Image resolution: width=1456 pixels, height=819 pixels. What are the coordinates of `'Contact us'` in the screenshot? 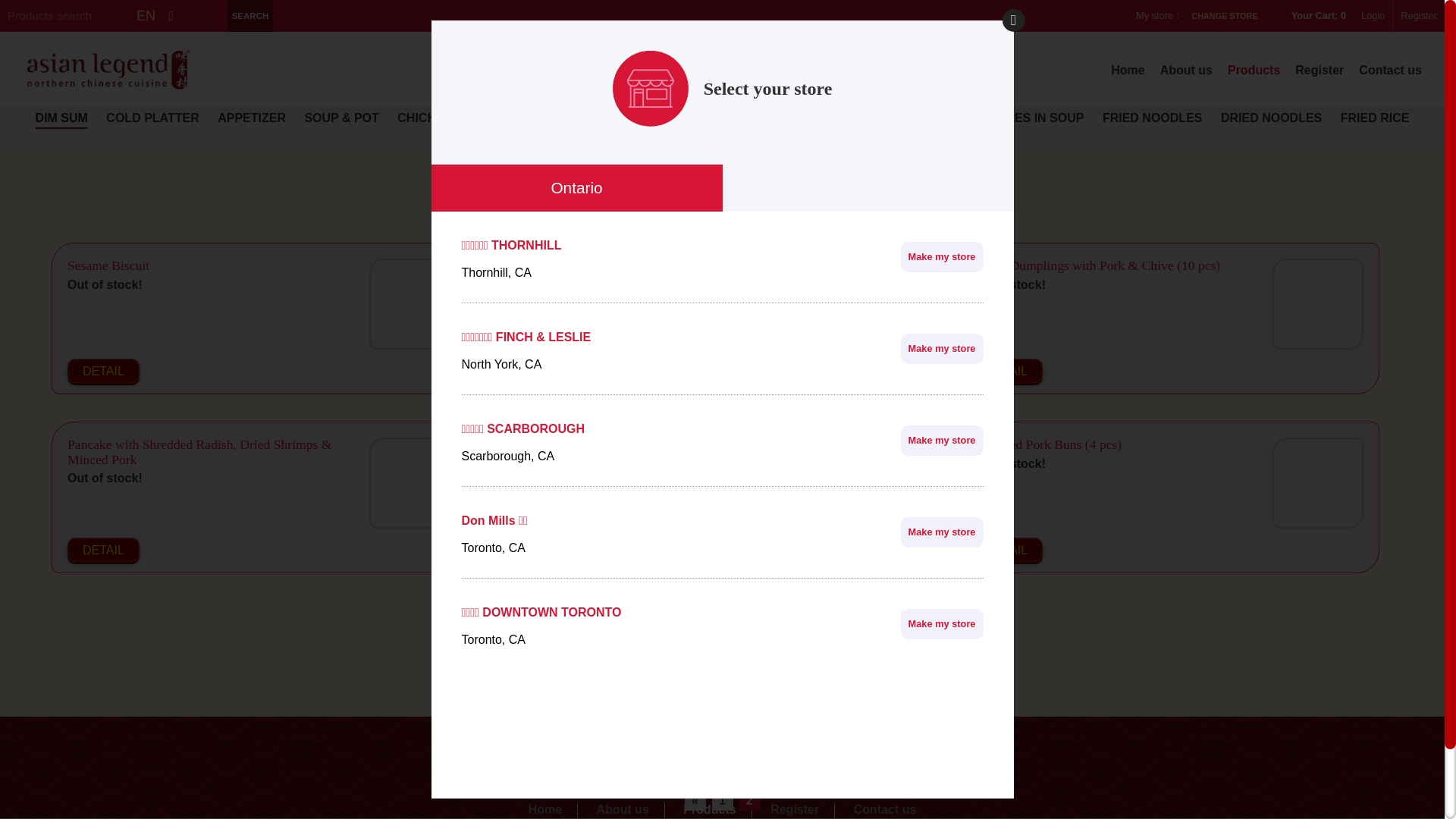 It's located at (1390, 70).